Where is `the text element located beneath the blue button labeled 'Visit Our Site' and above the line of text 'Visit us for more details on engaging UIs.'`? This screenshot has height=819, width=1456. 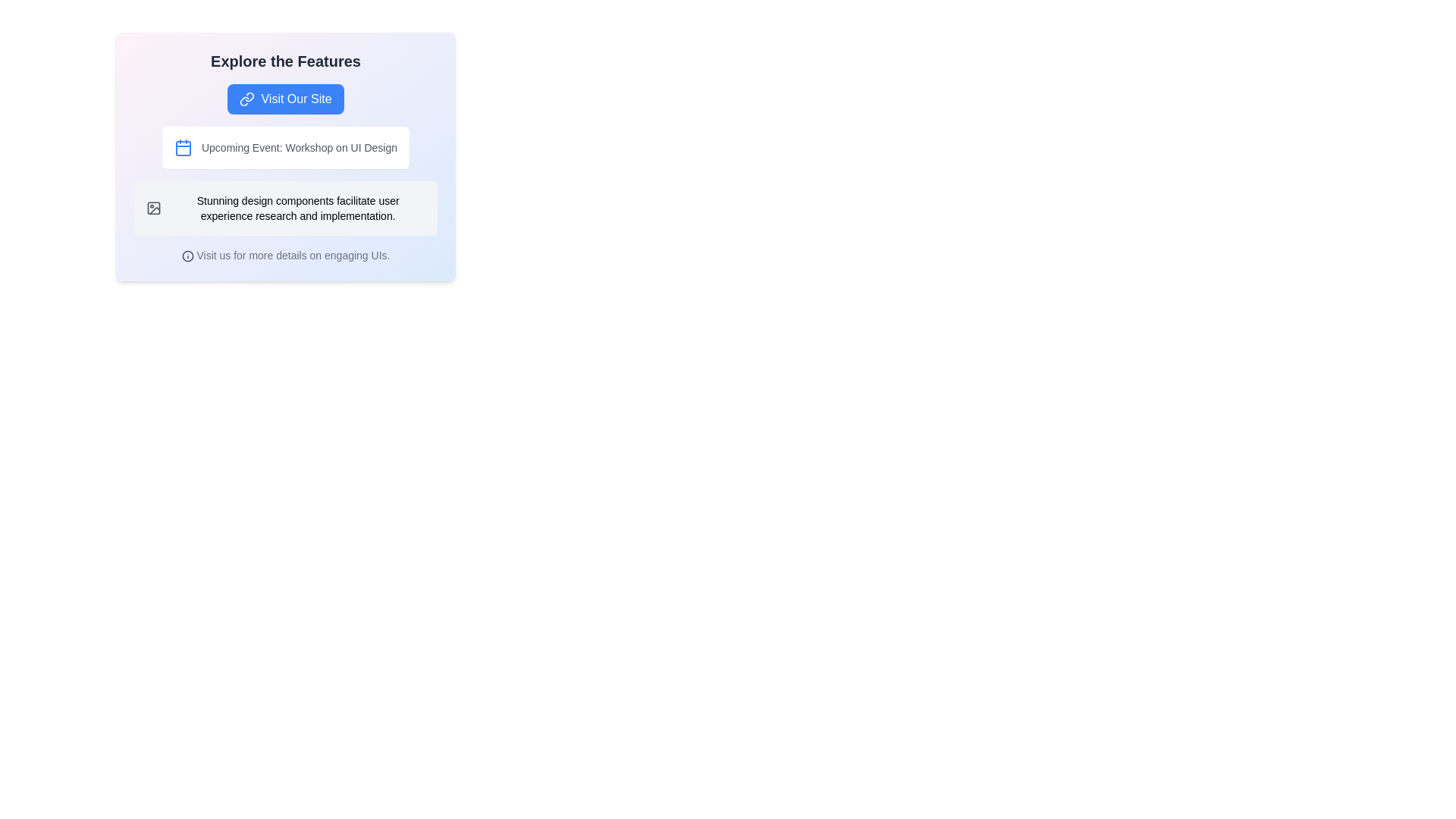 the text element located beneath the blue button labeled 'Visit Our Site' and above the line of text 'Visit us for more details on engaging UIs.' is located at coordinates (286, 208).